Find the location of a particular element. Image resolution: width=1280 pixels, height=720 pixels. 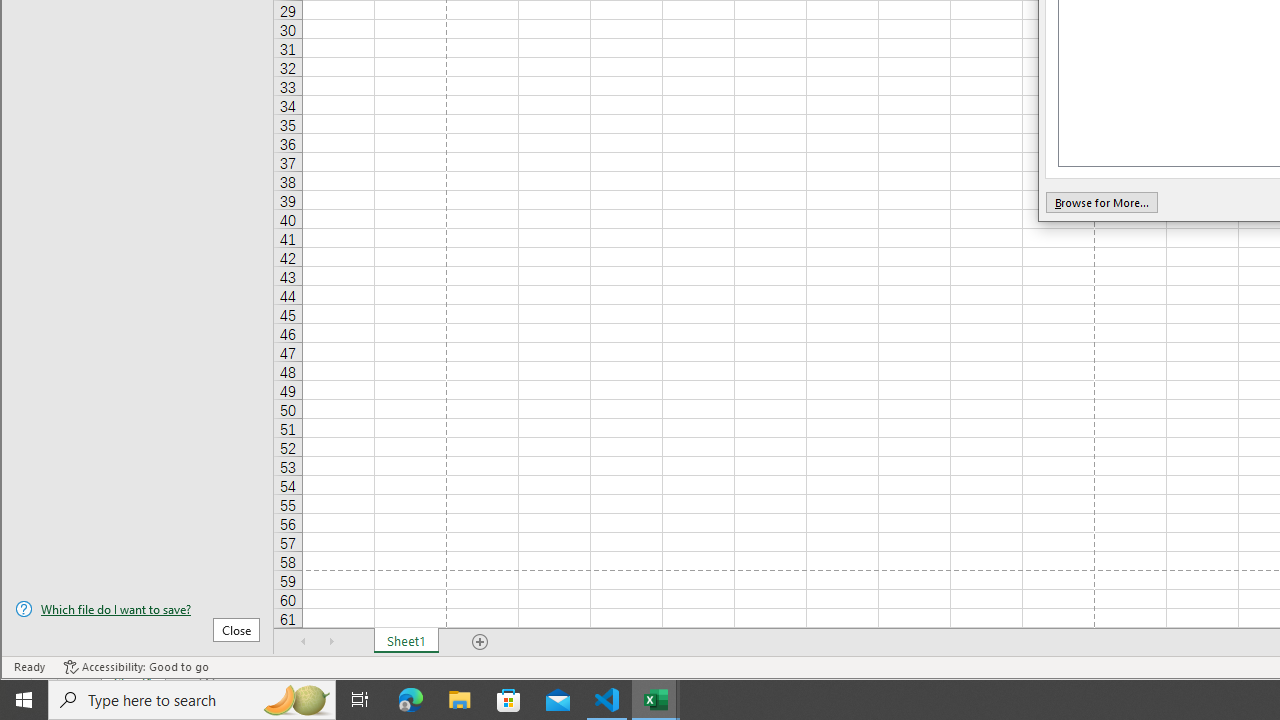

'Scroll Left' is located at coordinates (303, 641).